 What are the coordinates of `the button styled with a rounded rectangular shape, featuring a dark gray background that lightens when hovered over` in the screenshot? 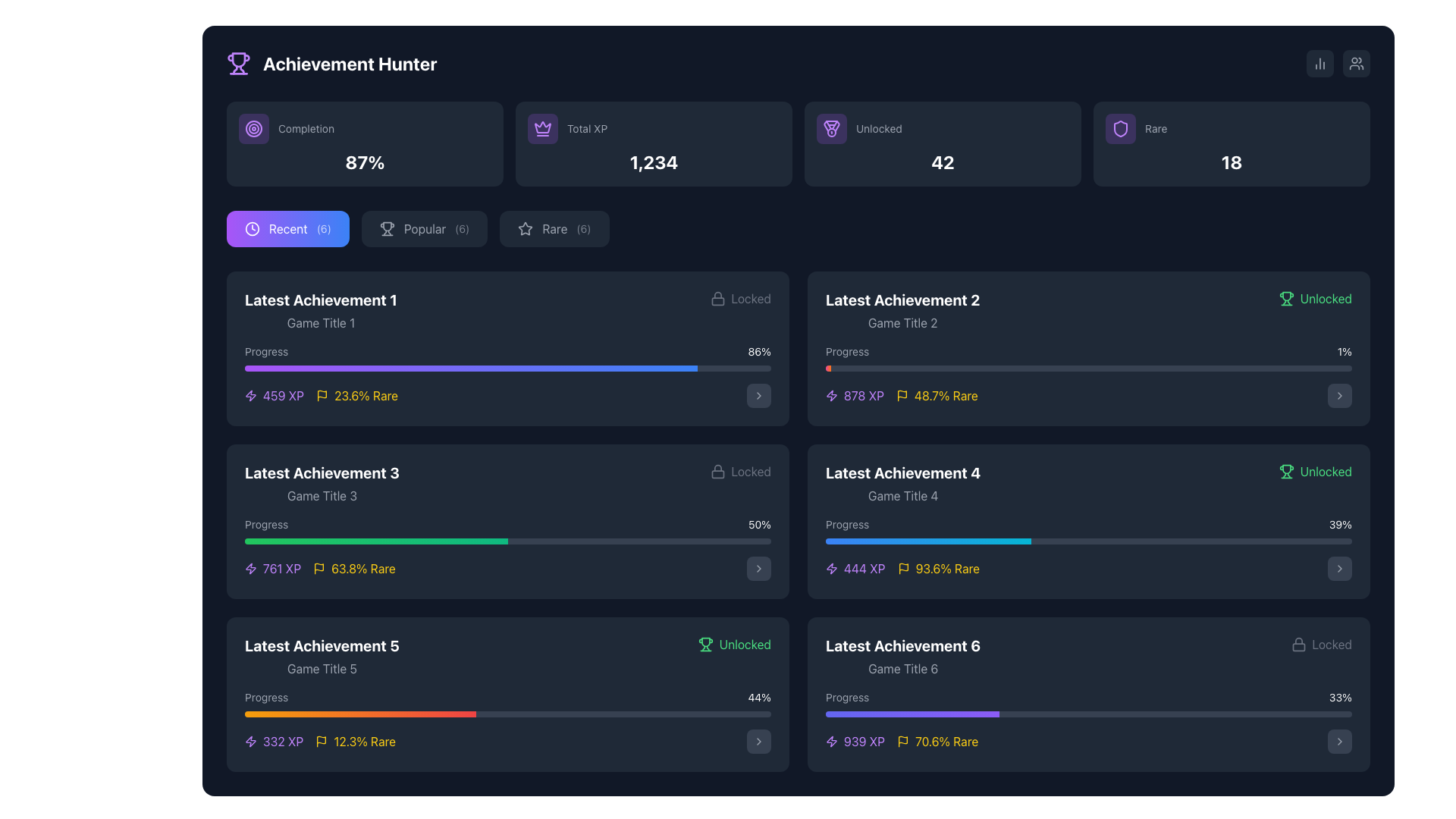 It's located at (1339, 394).